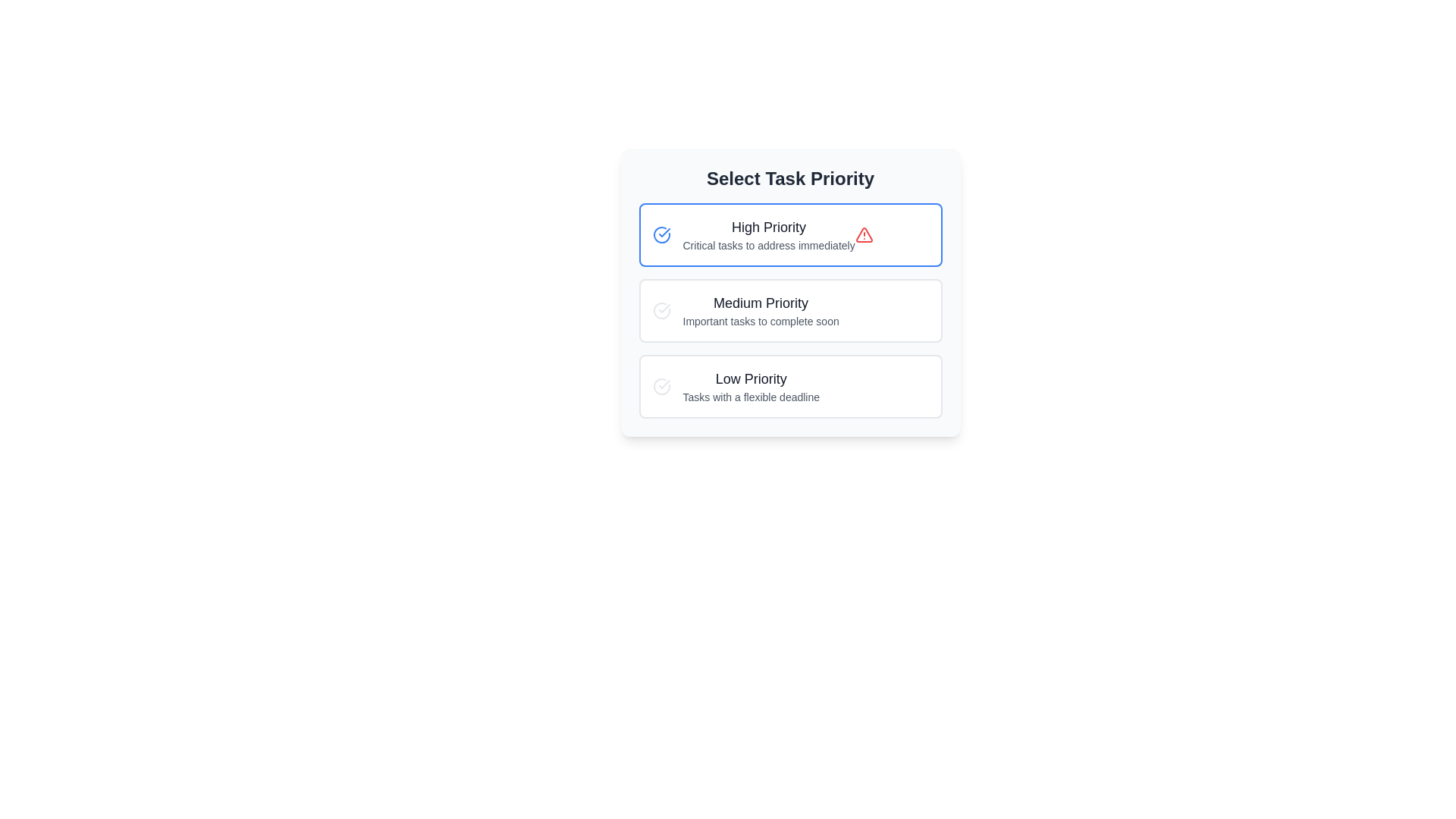 The height and width of the screenshot is (819, 1456). Describe the element at coordinates (769, 234) in the screenshot. I see `the 'High Priority' label which is located above the 'Medium Priority' and 'Low Priority' entries in the vertically stacked list` at that location.